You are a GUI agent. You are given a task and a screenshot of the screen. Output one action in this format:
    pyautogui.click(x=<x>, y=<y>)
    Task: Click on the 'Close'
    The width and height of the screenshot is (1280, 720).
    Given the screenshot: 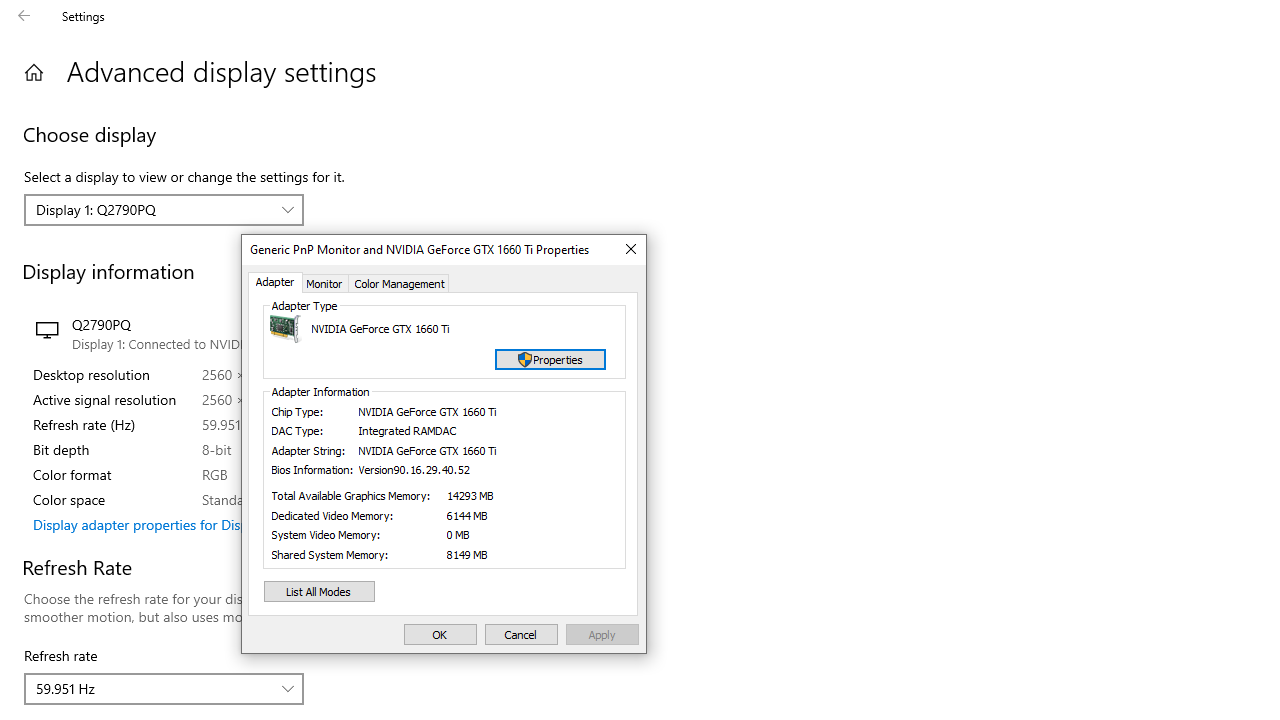 What is the action you would take?
    pyautogui.click(x=628, y=248)
    